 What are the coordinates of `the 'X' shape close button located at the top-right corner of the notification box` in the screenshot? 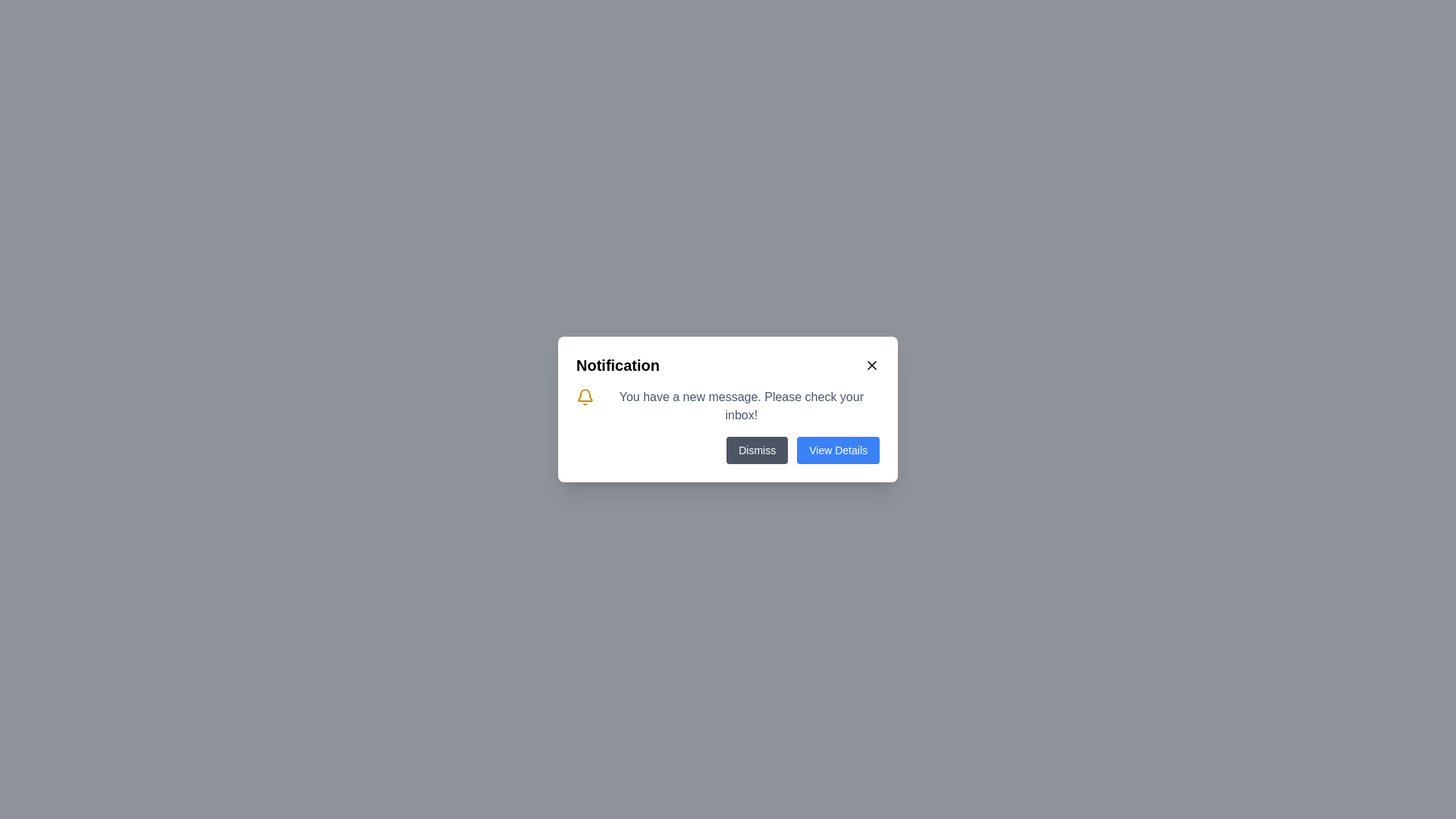 It's located at (872, 366).